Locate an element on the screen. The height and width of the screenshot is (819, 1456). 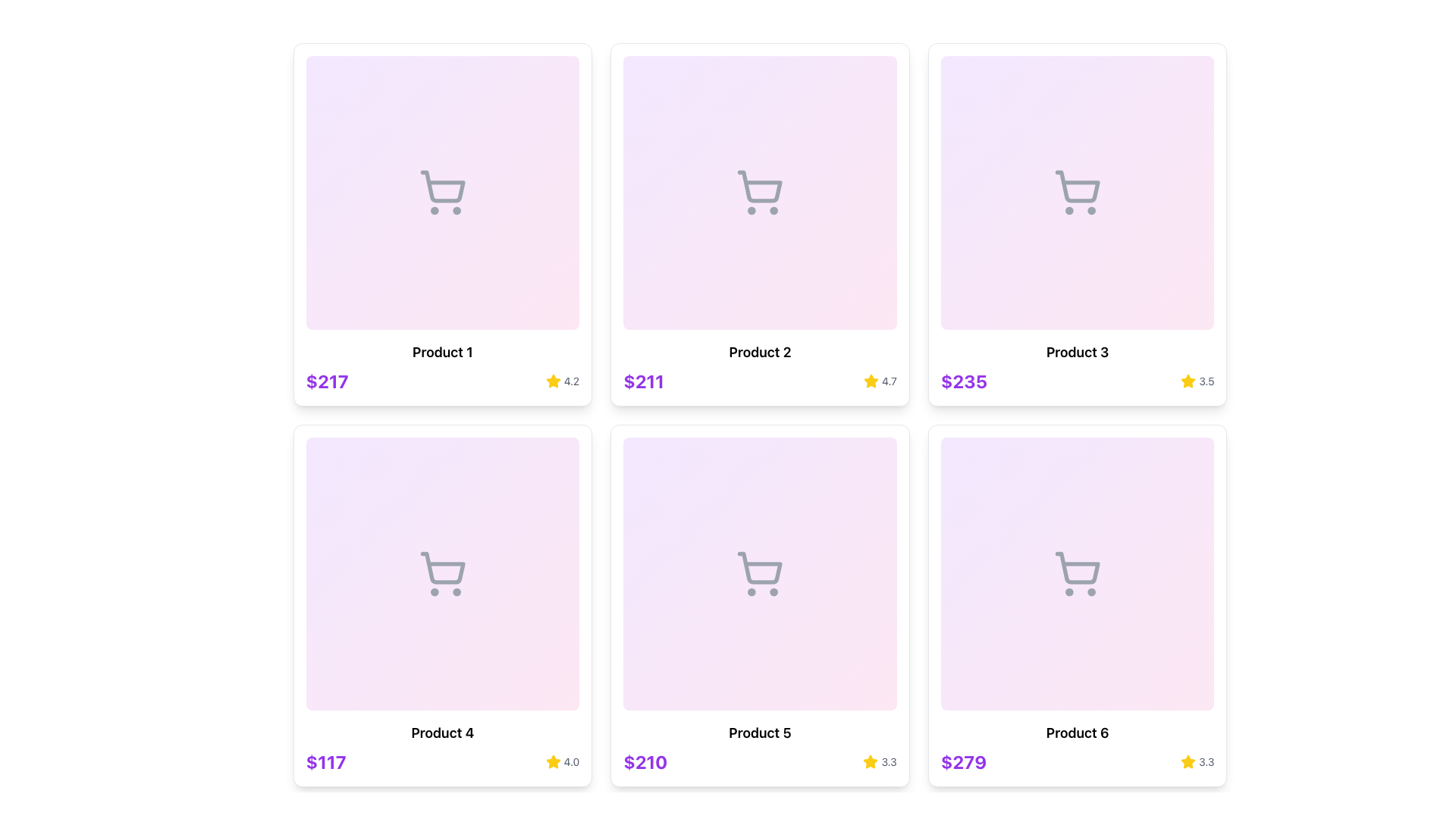
the text element displaying the numeric value '3.5', which is located adjacent to a yellow star icon in the 'Product 3' card is located at coordinates (1206, 380).